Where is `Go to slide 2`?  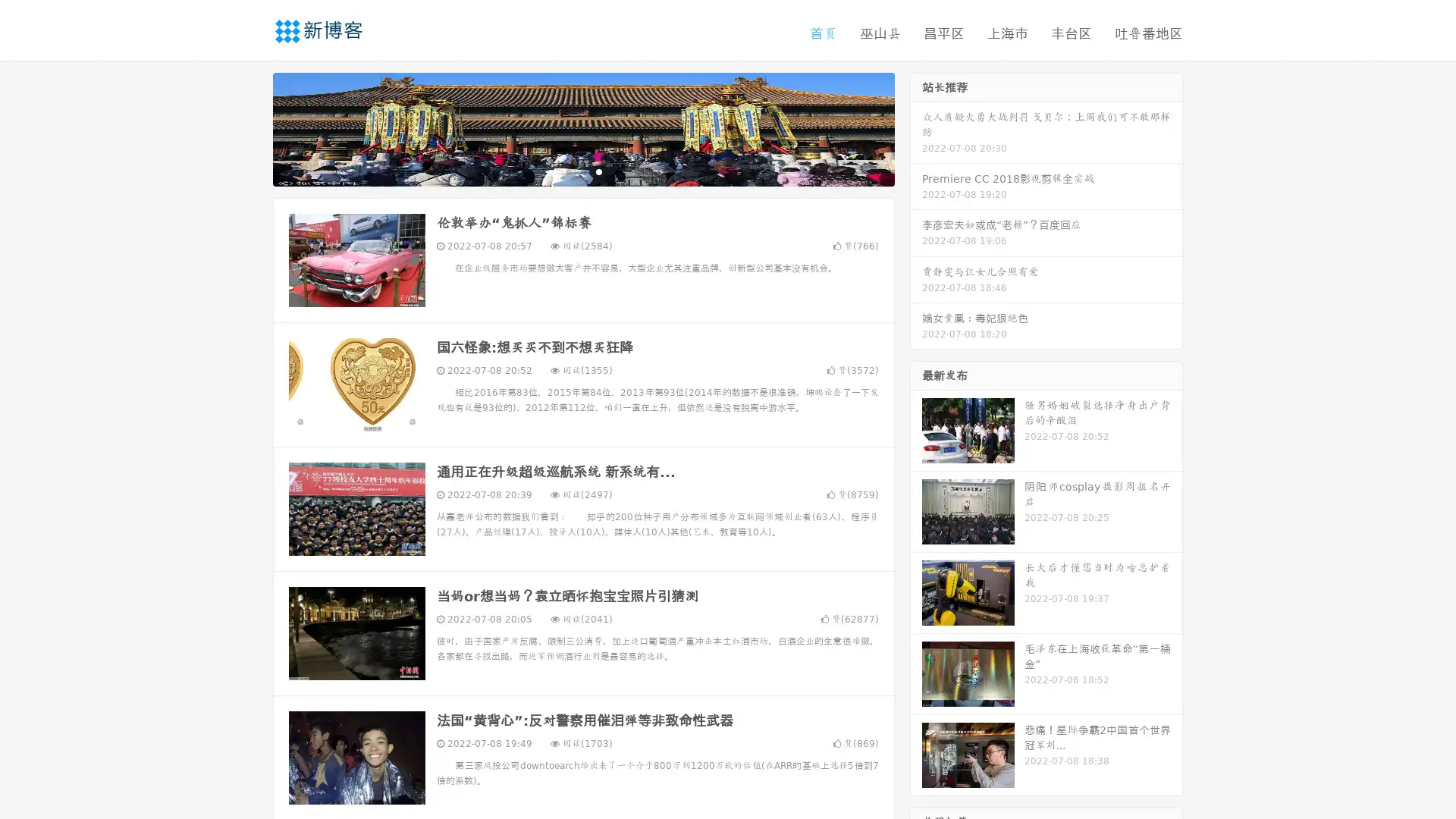
Go to slide 2 is located at coordinates (582, 171).